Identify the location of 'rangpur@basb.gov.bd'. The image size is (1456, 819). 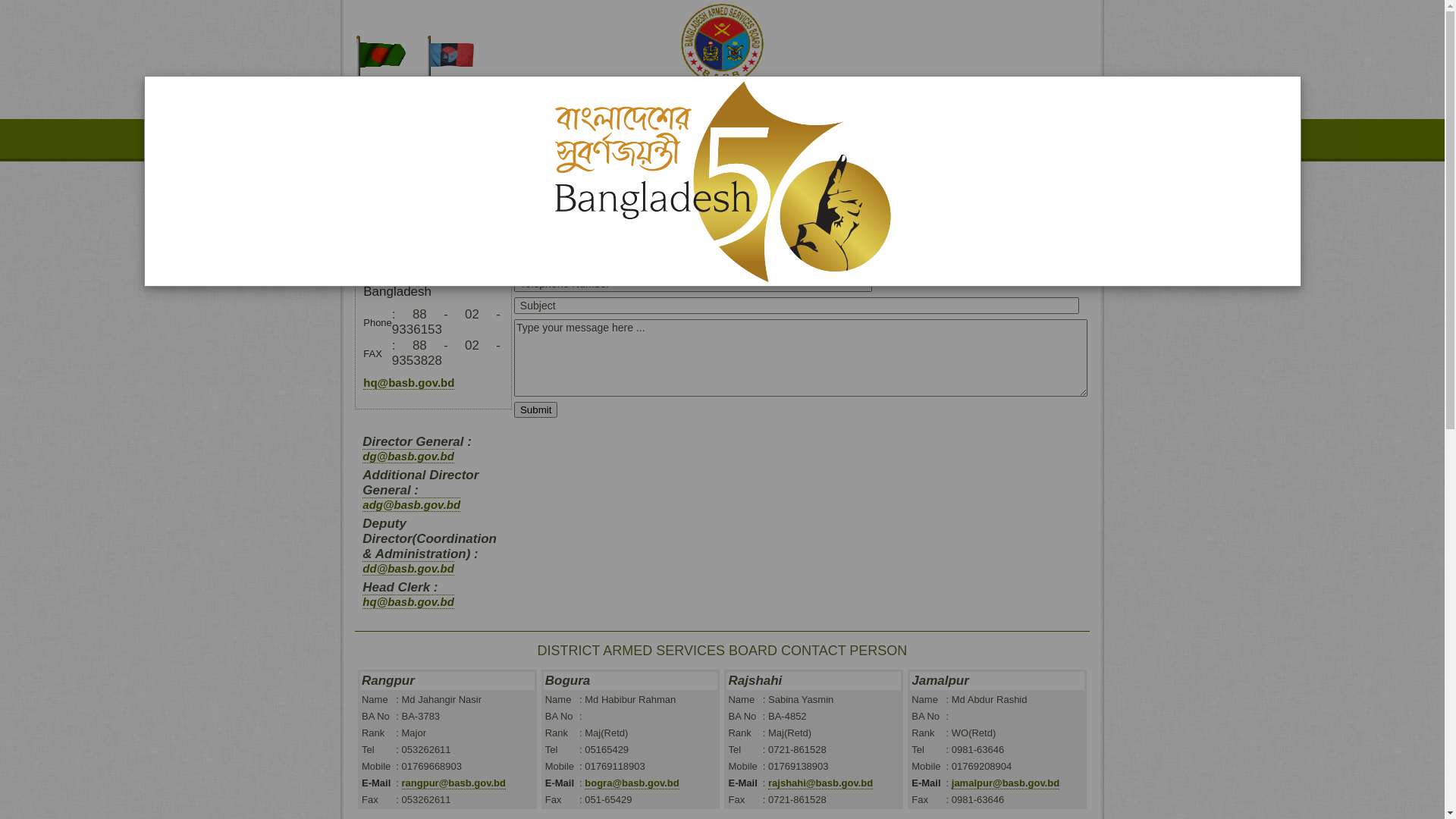
(453, 783).